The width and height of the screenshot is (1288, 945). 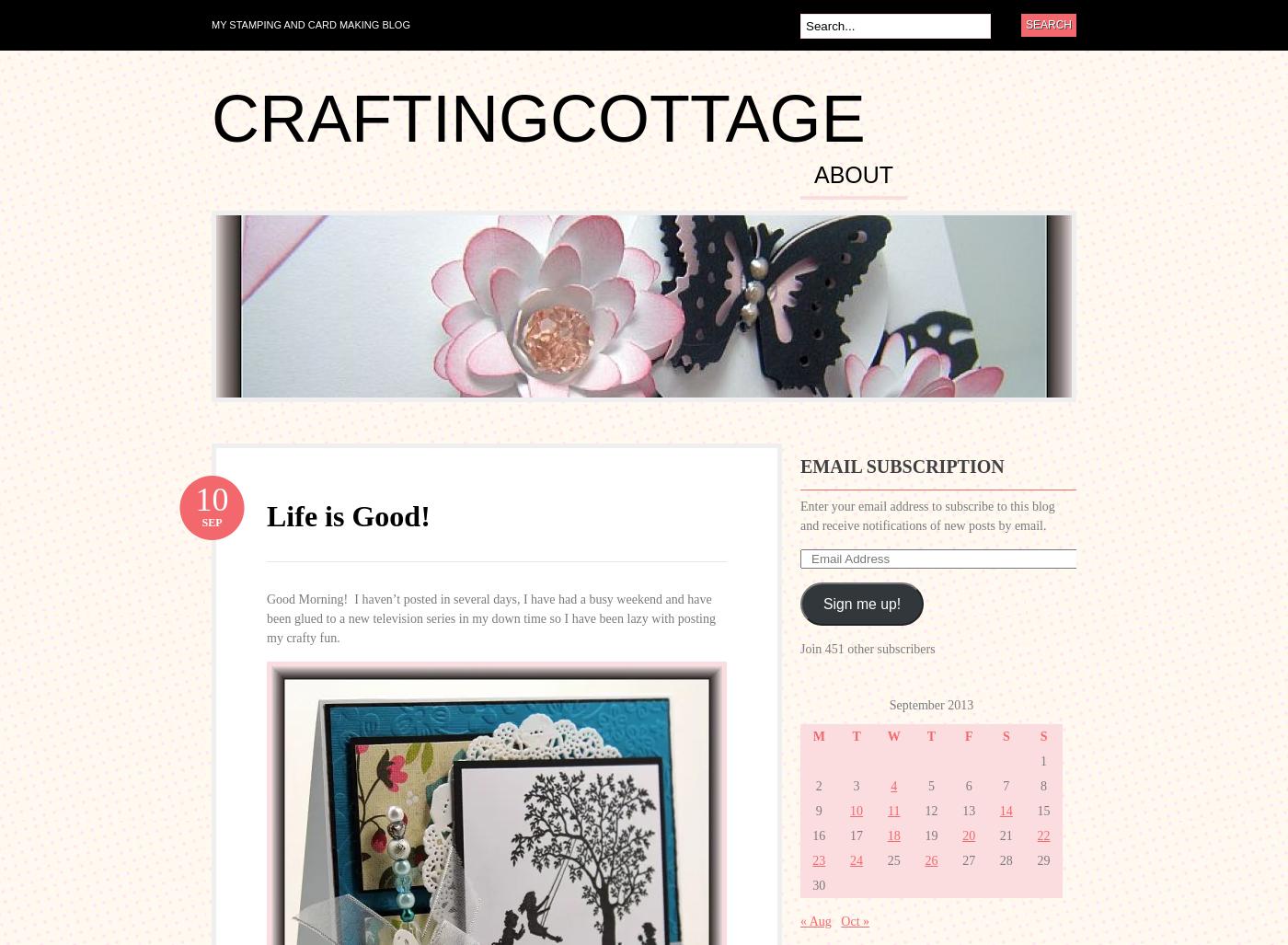 I want to click on 'craftingcottage', so click(x=538, y=118).